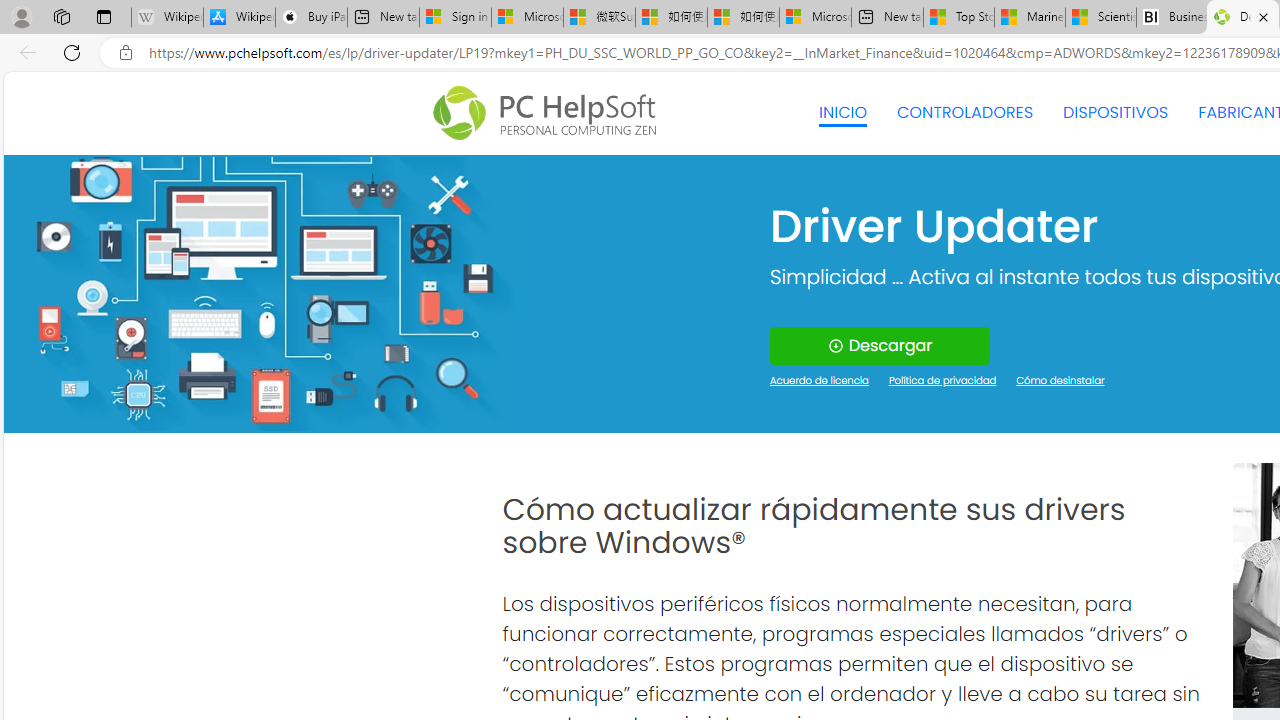  What do you see at coordinates (551, 113) in the screenshot?
I see `'Logo Personal Computing'` at bounding box center [551, 113].